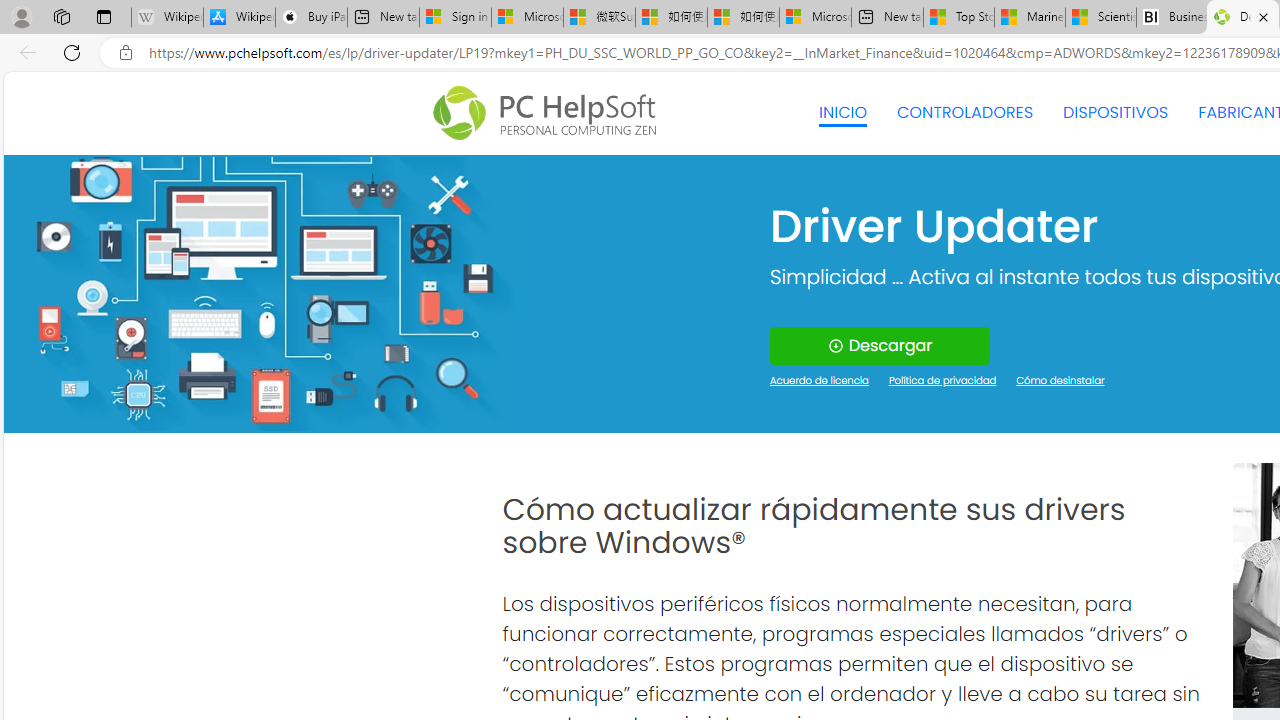  What do you see at coordinates (551, 113) in the screenshot?
I see `'Logo Personal Computing'` at bounding box center [551, 113].